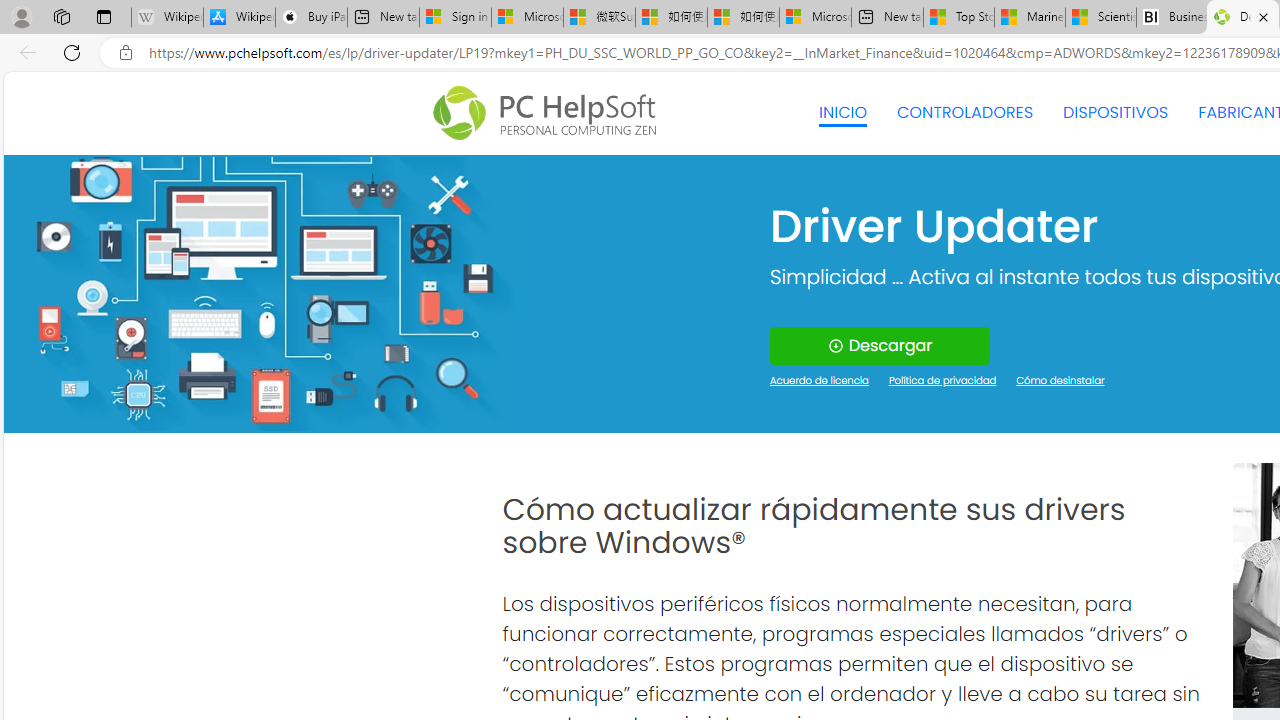  What do you see at coordinates (551, 113) in the screenshot?
I see `'Logo Personal Computing'` at bounding box center [551, 113].